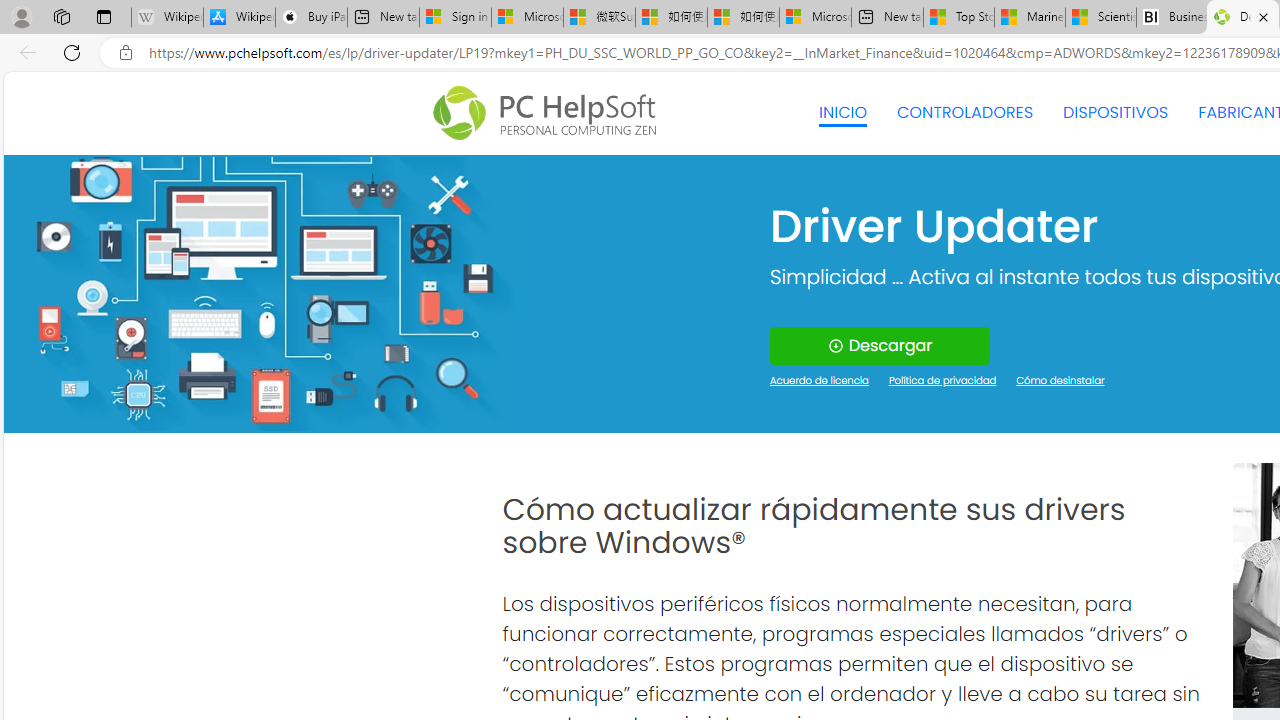  What do you see at coordinates (551, 113) in the screenshot?
I see `'Logo Personal Computing'` at bounding box center [551, 113].